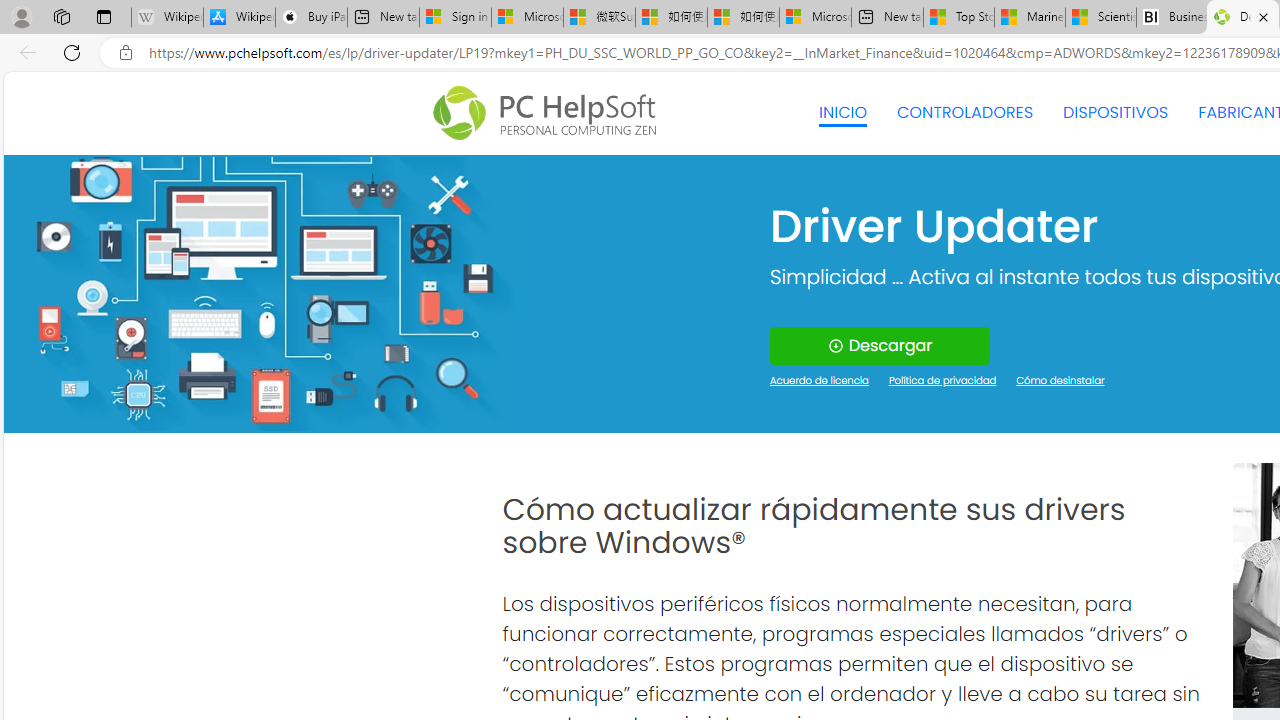  What do you see at coordinates (551, 113) in the screenshot?
I see `'Logo Personal Computing'` at bounding box center [551, 113].